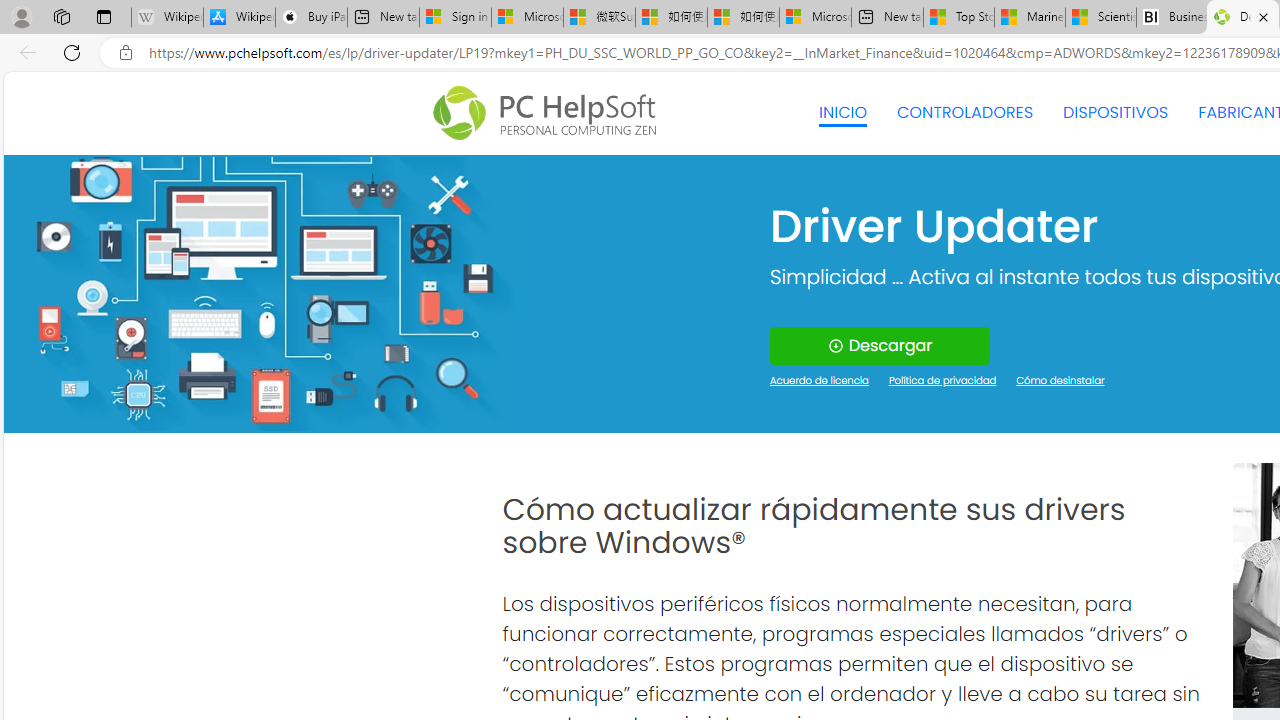  What do you see at coordinates (551, 113) in the screenshot?
I see `'Logo Personal Computing'` at bounding box center [551, 113].